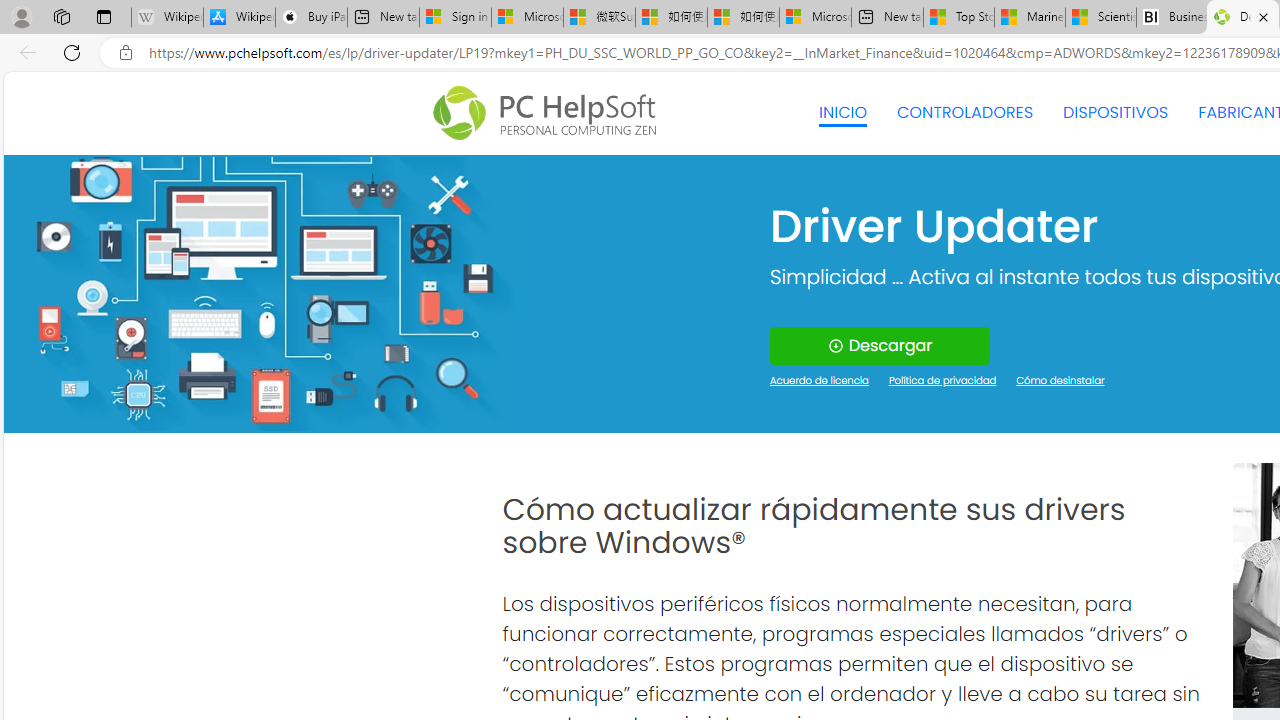  What do you see at coordinates (551, 113) in the screenshot?
I see `'Logo Personal Computing'` at bounding box center [551, 113].